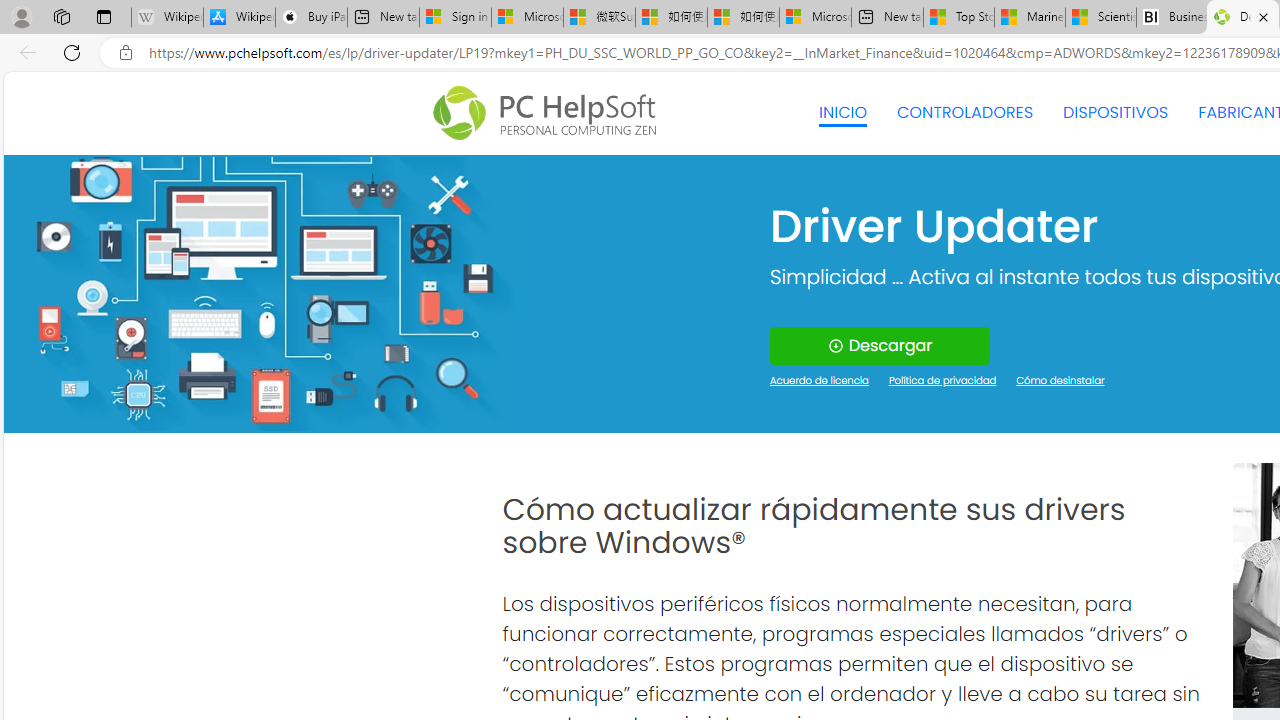  What do you see at coordinates (551, 113) in the screenshot?
I see `'Logo Personal Computing'` at bounding box center [551, 113].